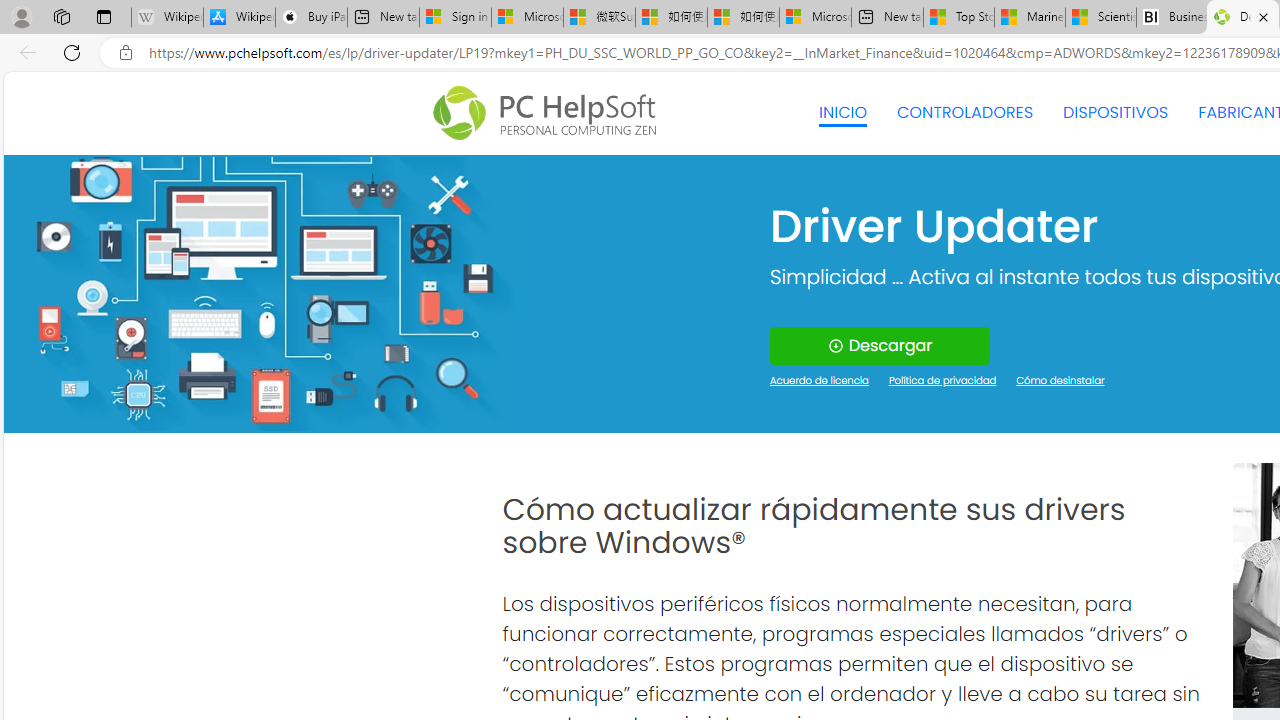  What do you see at coordinates (551, 113) in the screenshot?
I see `'Logo Personal Computing'` at bounding box center [551, 113].